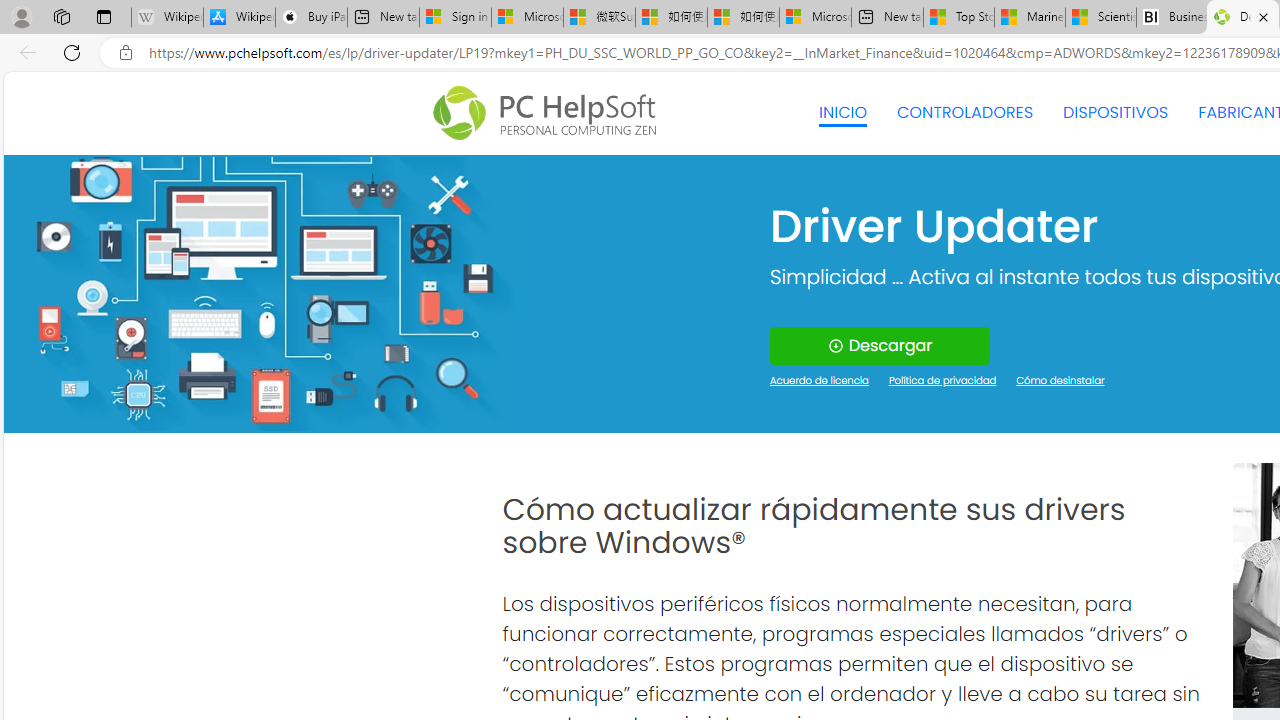  What do you see at coordinates (551, 113) in the screenshot?
I see `'Logo Personal Computing'` at bounding box center [551, 113].